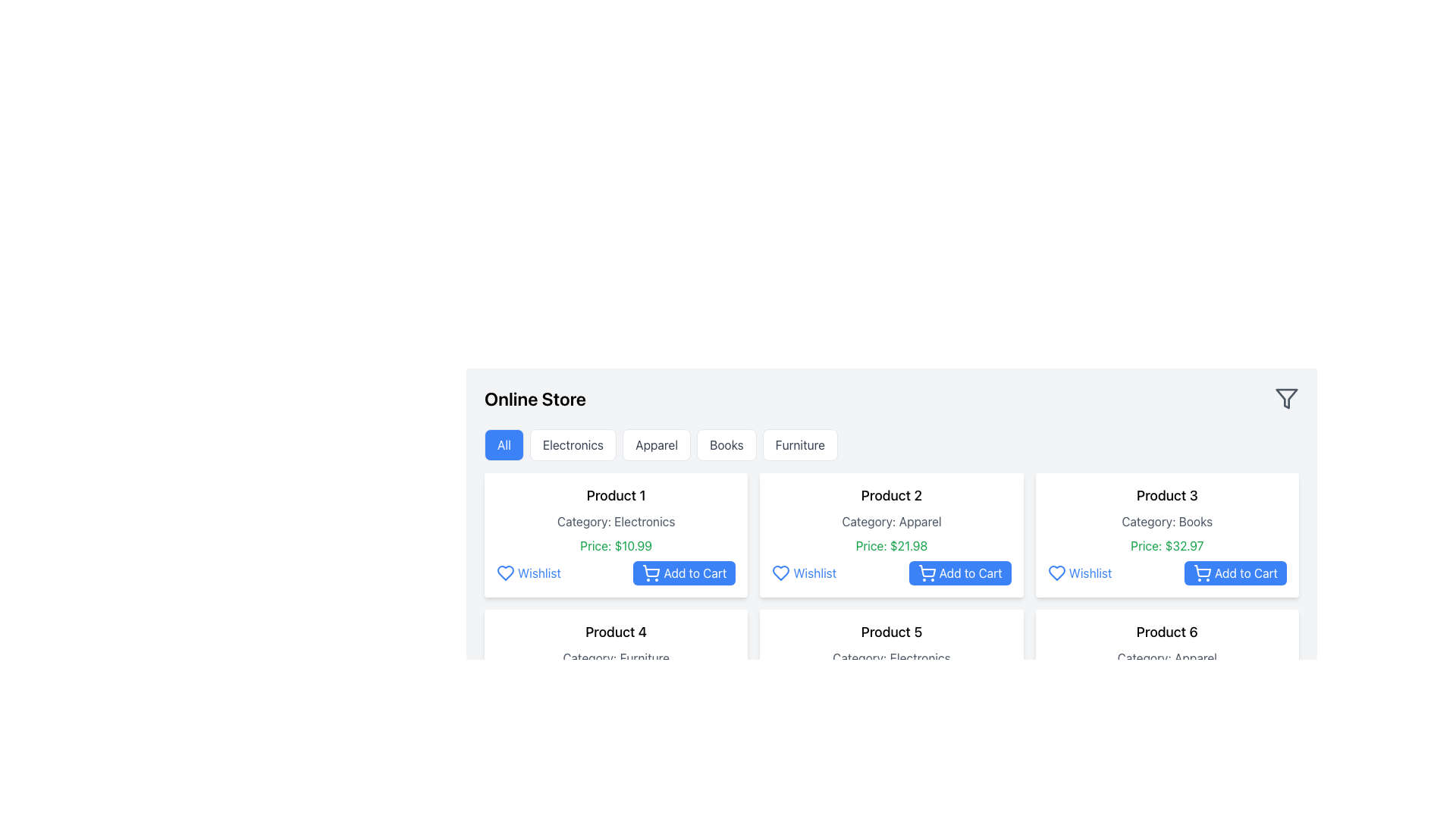  I want to click on the blue heart-shaped outline icon next to the 'Wishlist' text, so click(1056, 573).